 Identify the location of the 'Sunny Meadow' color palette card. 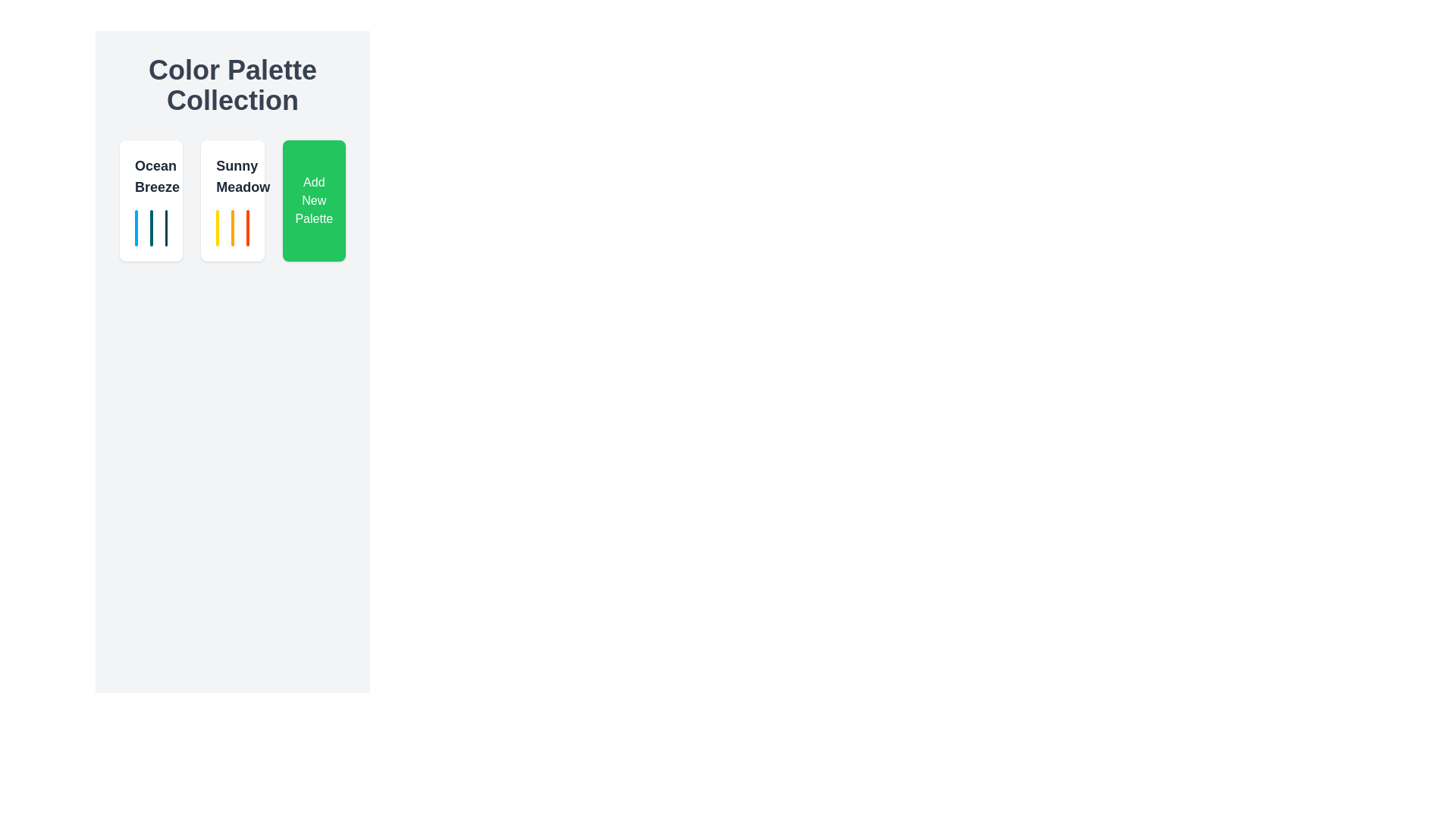
(232, 200).